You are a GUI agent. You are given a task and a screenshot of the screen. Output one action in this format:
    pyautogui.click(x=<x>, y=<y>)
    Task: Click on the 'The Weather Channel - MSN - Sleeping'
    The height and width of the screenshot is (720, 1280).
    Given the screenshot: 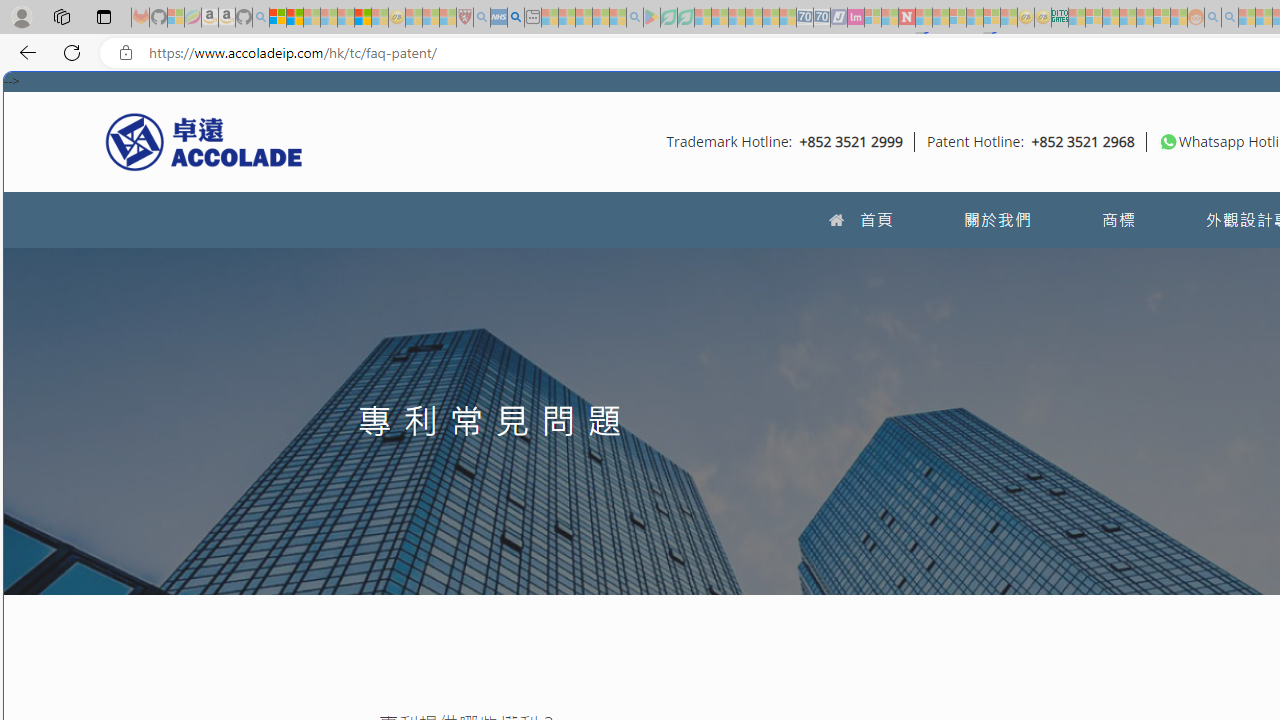 What is the action you would take?
    pyautogui.click(x=310, y=17)
    